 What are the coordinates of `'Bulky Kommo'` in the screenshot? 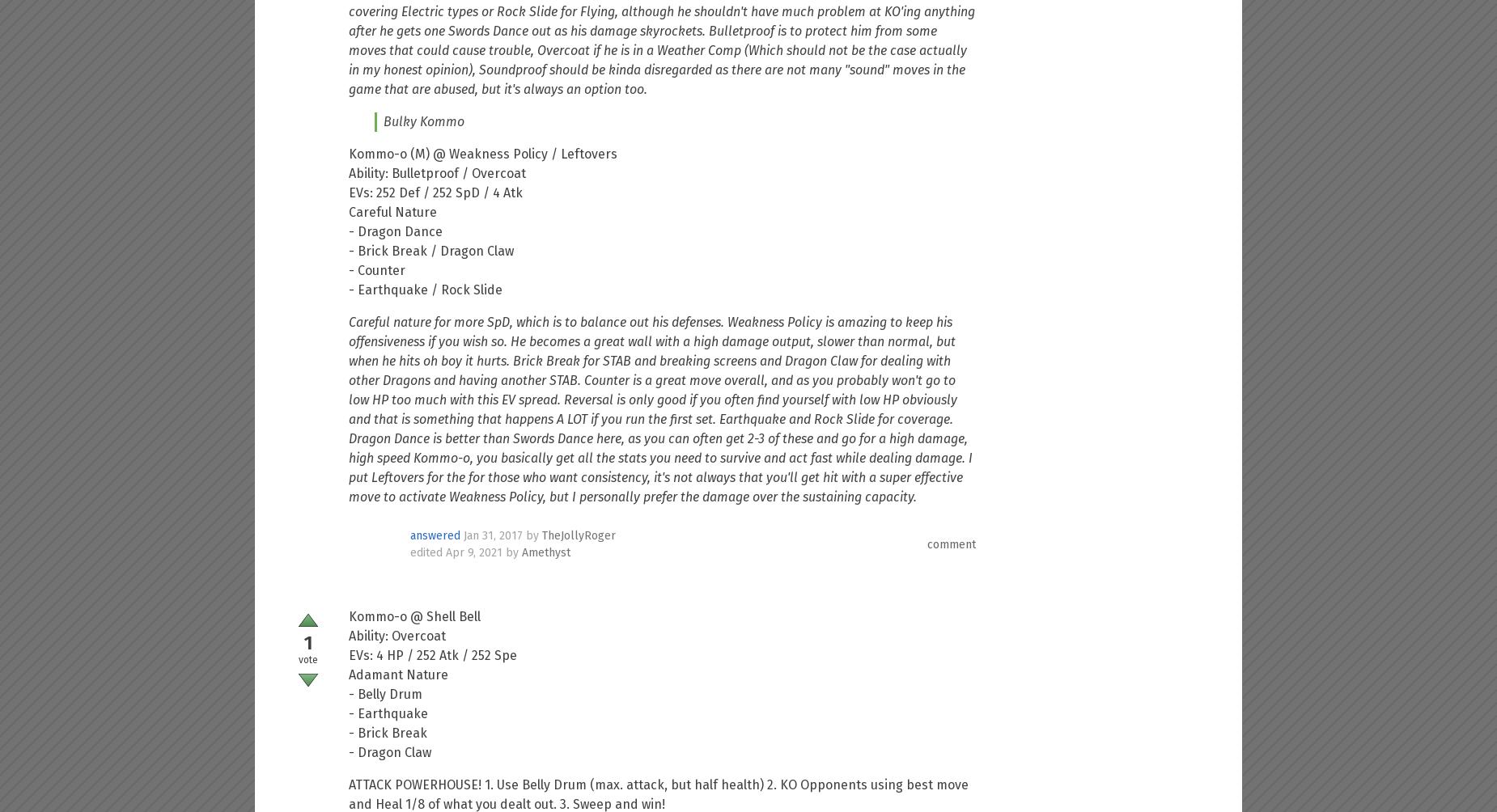 It's located at (423, 121).